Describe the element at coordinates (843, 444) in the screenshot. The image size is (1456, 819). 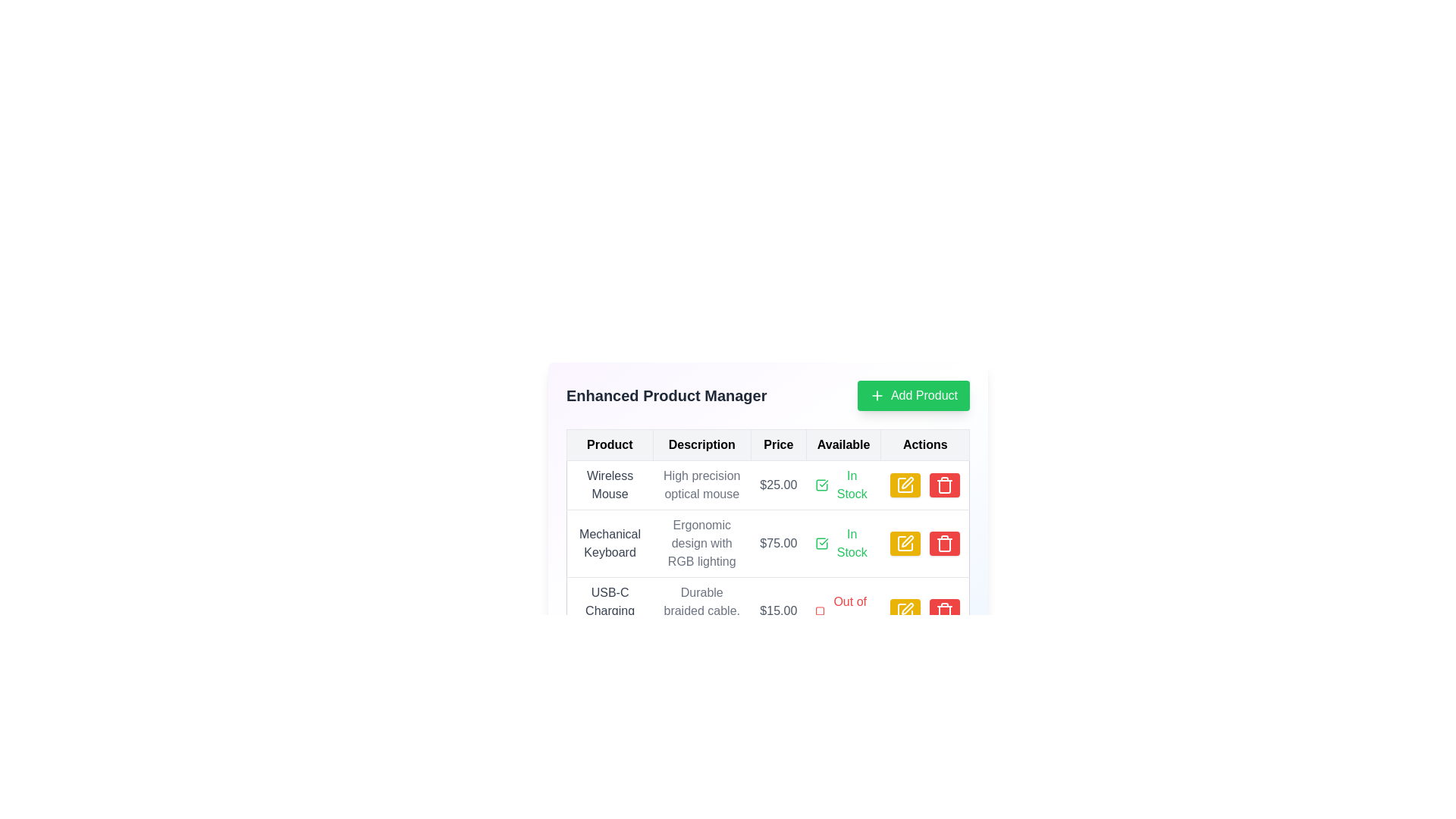
I see `the text label serving as the column header for product availability in the 'Enhanced Product Manager' table, located in the fourth column` at that location.